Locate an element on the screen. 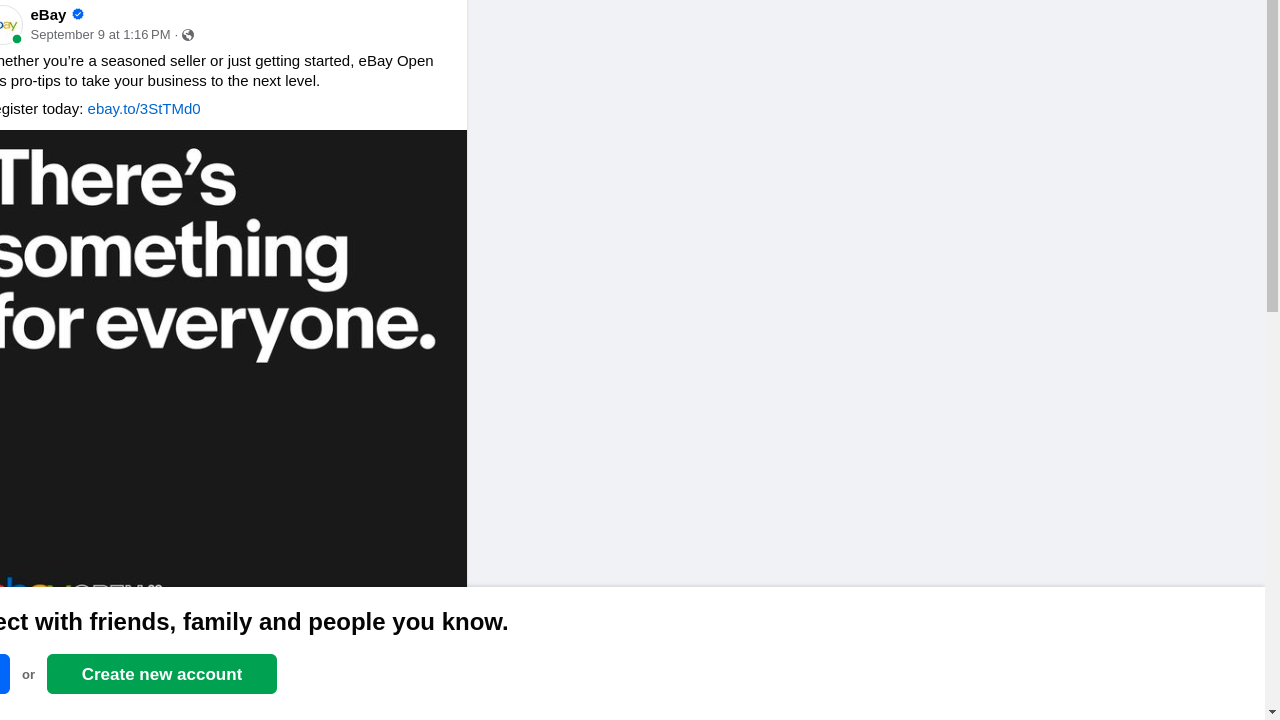 This screenshot has height=720, width=1280. 'ebay.to/3StTMd0' is located at coordinates (143, 108).